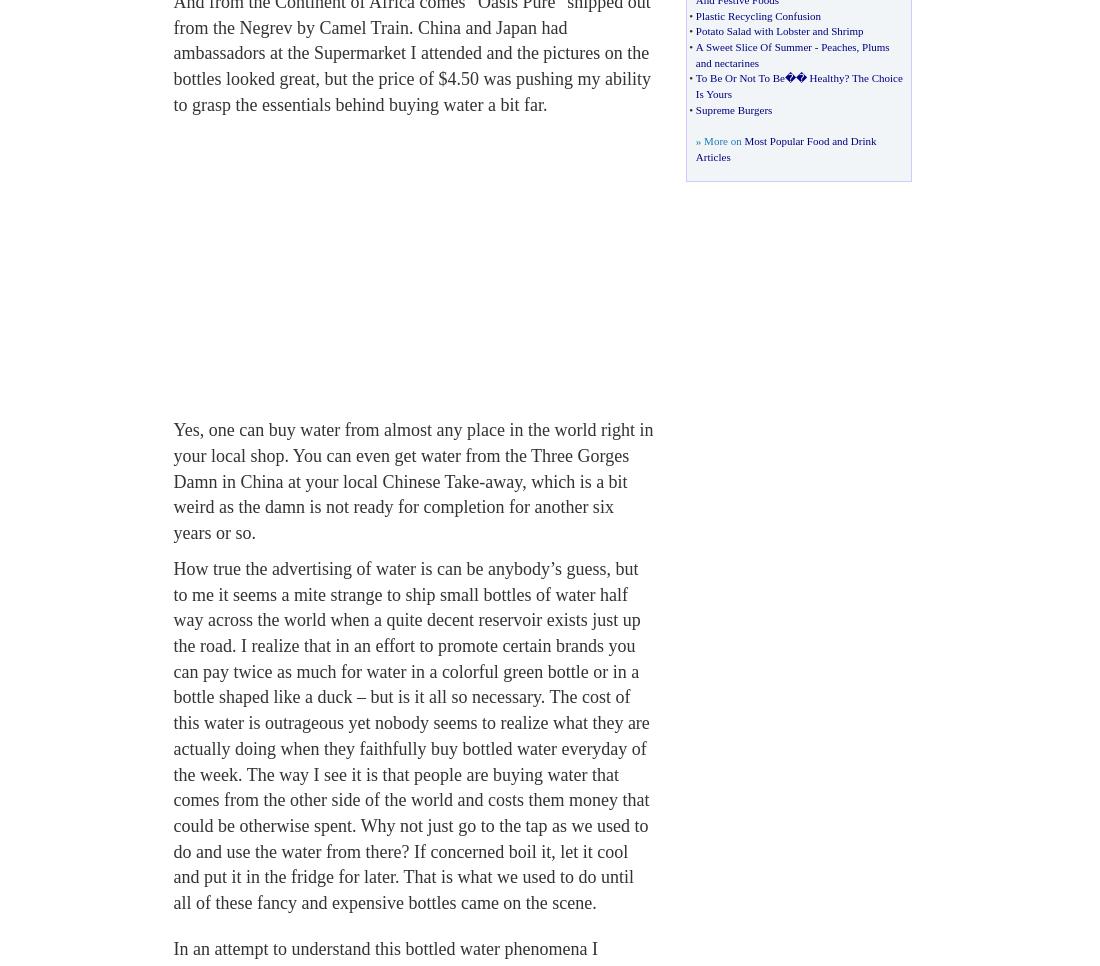 The height and width of the screenshot is (966, 1100). What do you see at coordinates (732, 108) in the screenshot?
I see `'Supreme Burgers'` at bounding box center [732, 108].